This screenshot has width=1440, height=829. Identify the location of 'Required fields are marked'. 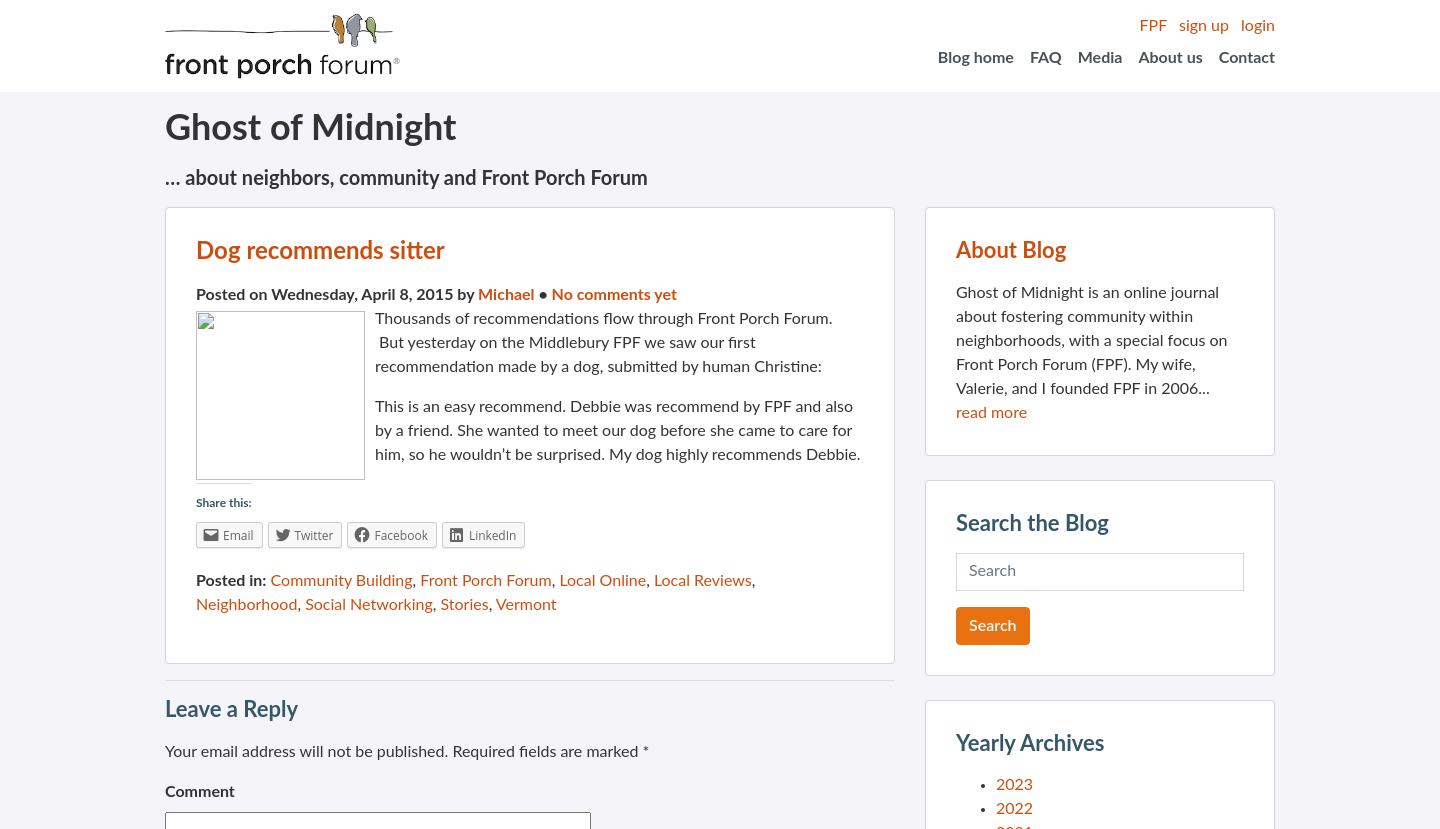
(545, 749).